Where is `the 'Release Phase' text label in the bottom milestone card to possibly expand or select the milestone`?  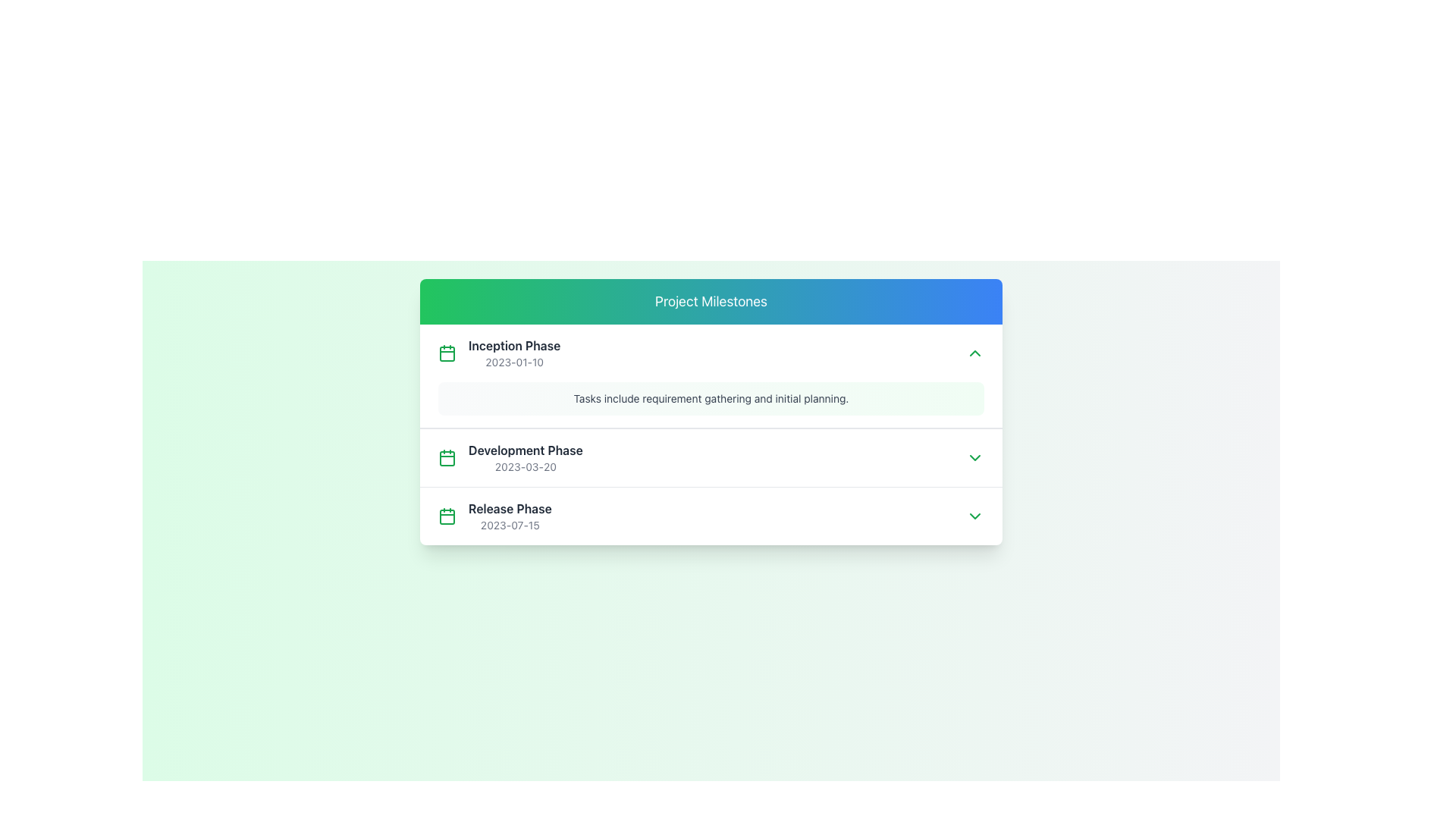
the 'Release Phase' text label in the bottom milestone card to possibly expand or select the milestone is located at coordinates (510, 516).